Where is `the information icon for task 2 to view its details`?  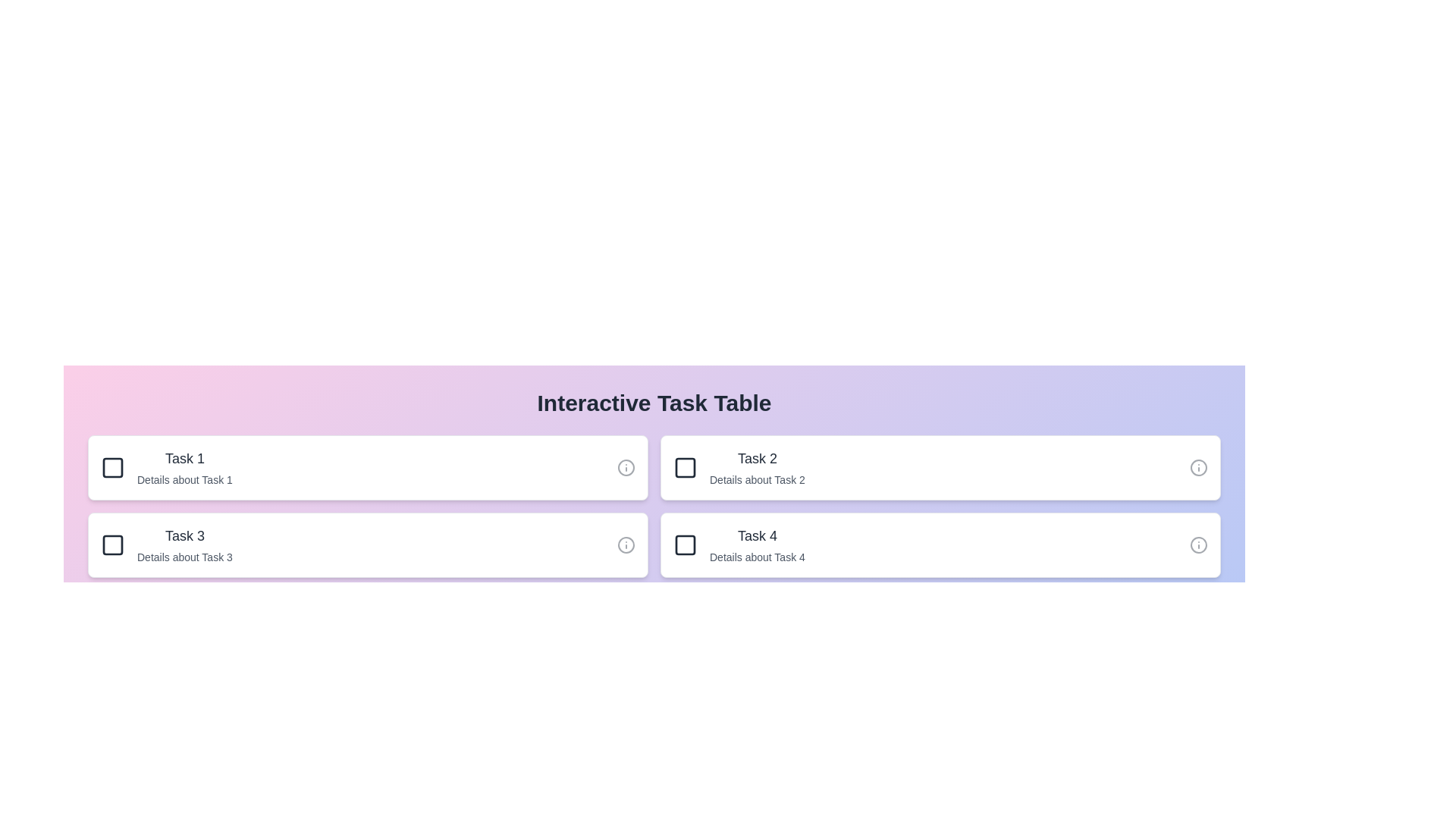
the information icon for task 2 to view its details is located at coordinates (1197, 467).